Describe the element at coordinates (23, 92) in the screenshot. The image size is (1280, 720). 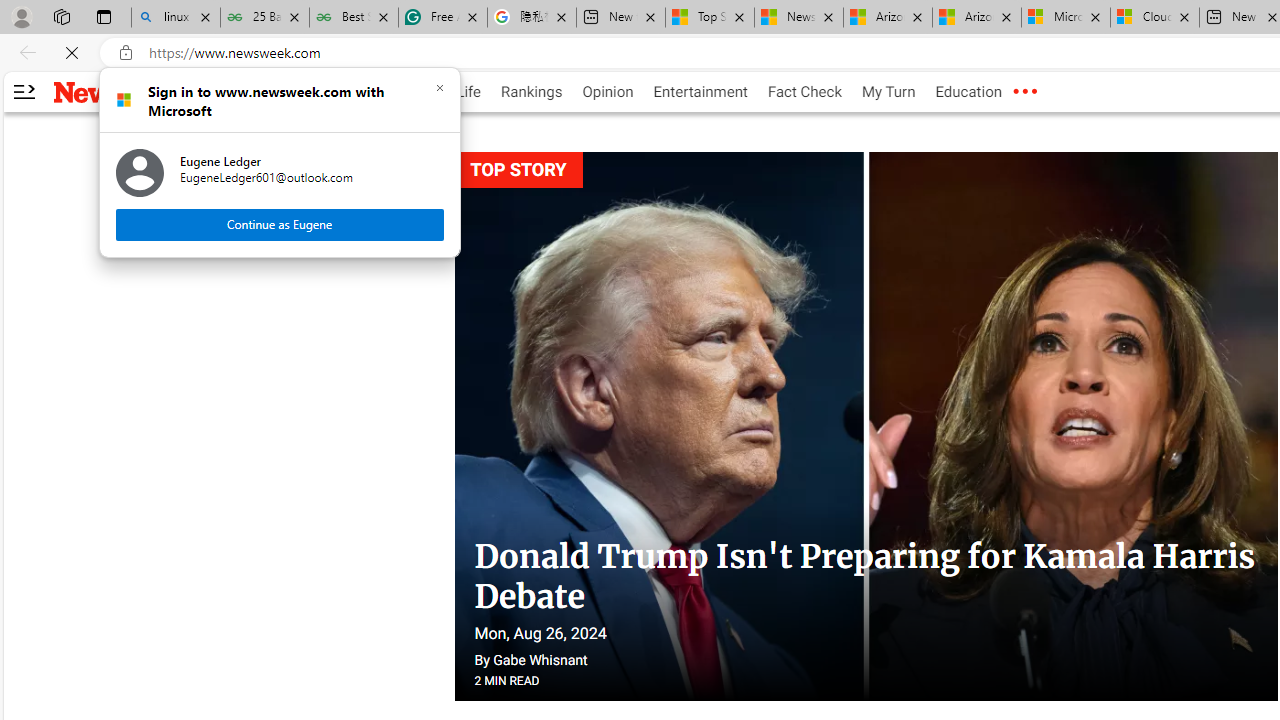
I see `'AutomationID: side-arrow'` at that location.